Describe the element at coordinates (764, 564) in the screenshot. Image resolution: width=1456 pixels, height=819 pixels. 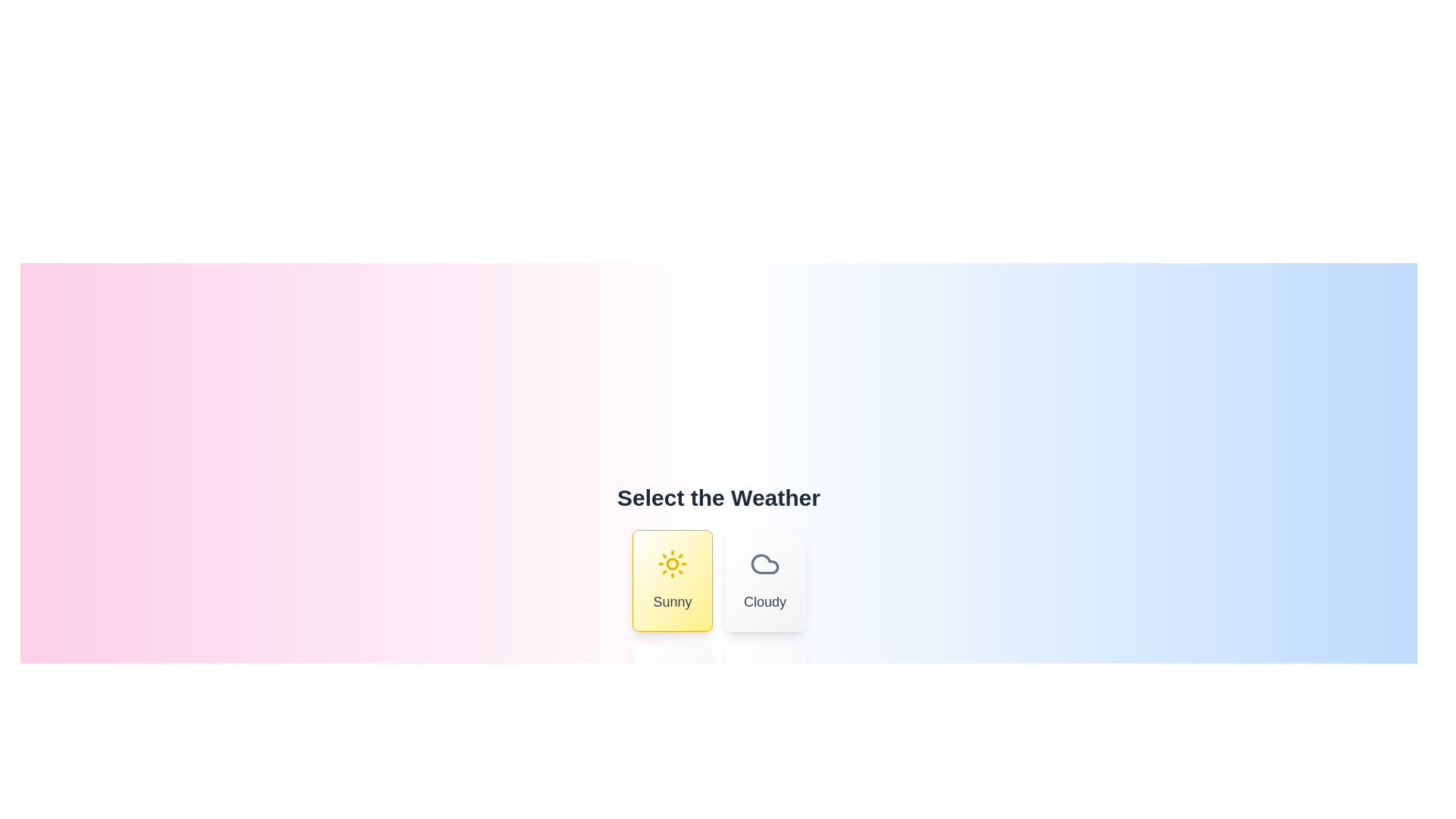
I see `the cloud SVG vector graphic element, which is styled with a gray outline and located at the center of the 'Cloudy' option, positioned to the right of 'Sunny'` at that location.